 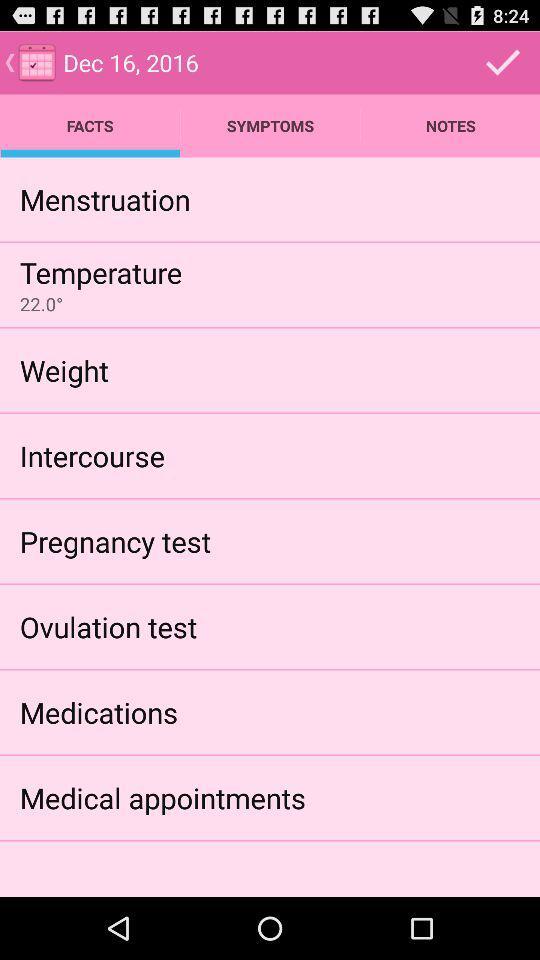 I want to click on the app below the ovulation test app, so click(x=97, y=712).